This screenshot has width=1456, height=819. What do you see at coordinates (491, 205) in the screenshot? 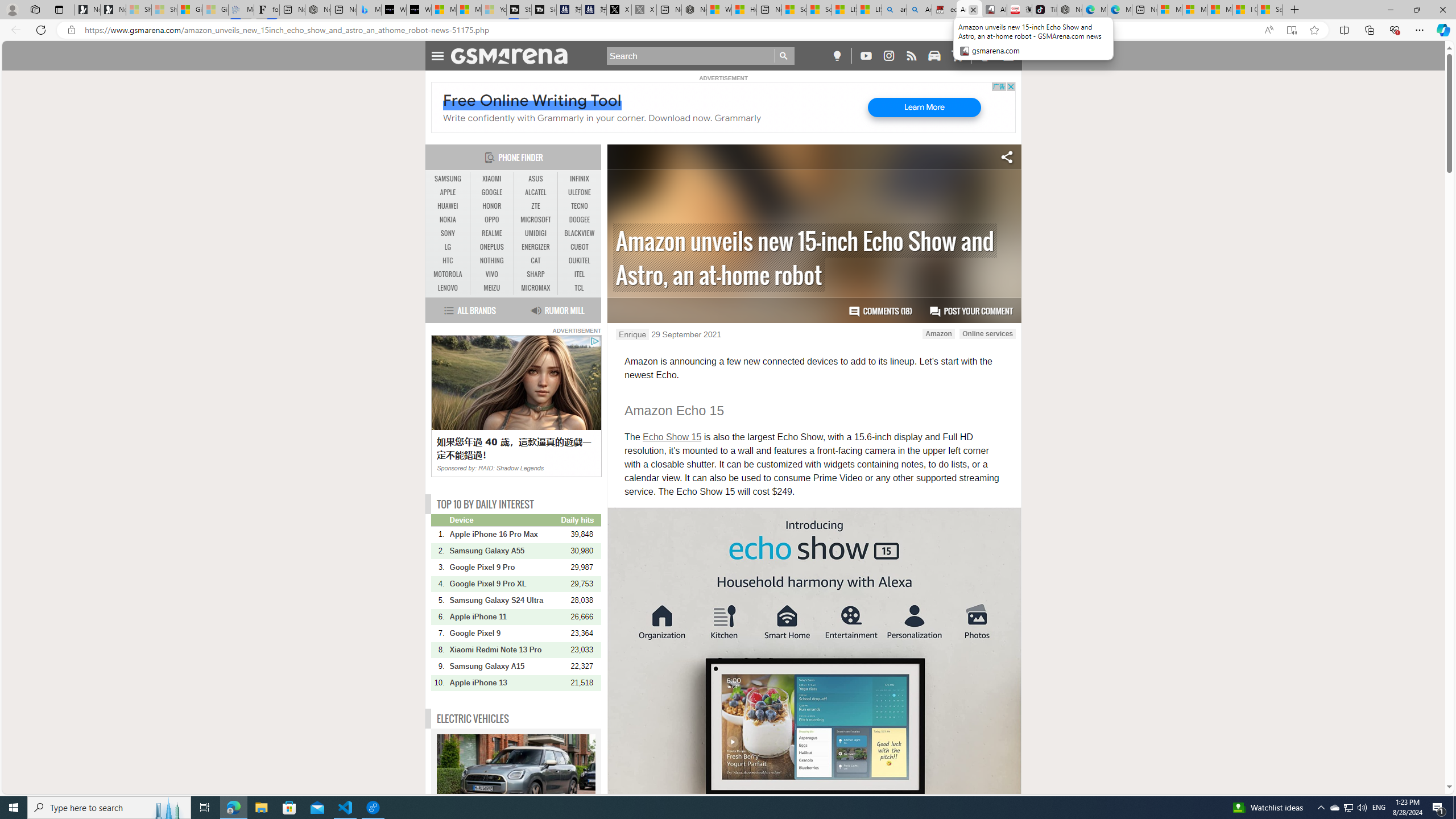
I see `'HONOR'` at bounding box center [491, 205].